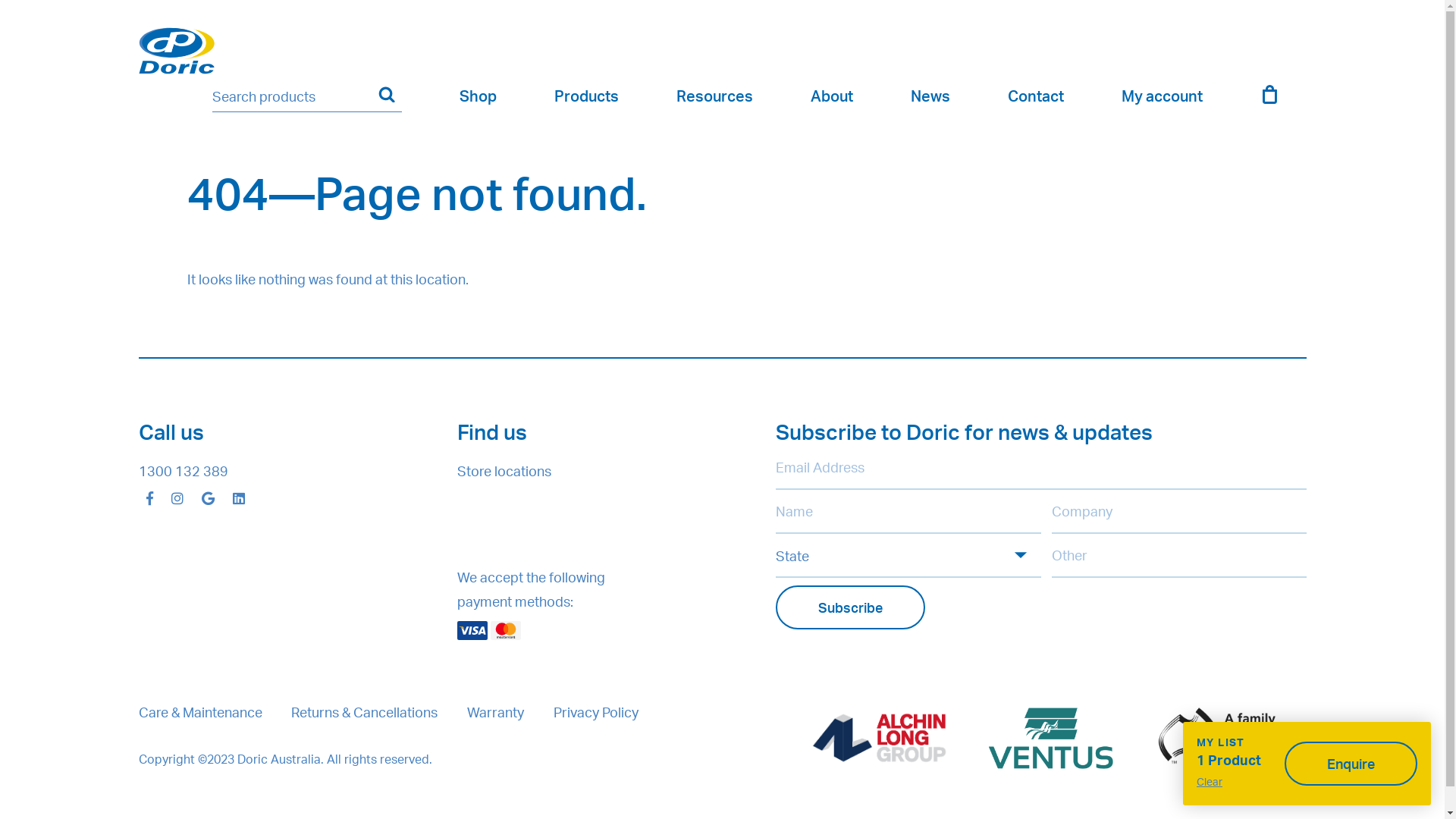  Describe the element at coordinates (831, 96) in the screenshot. I see `'About'` at that location.